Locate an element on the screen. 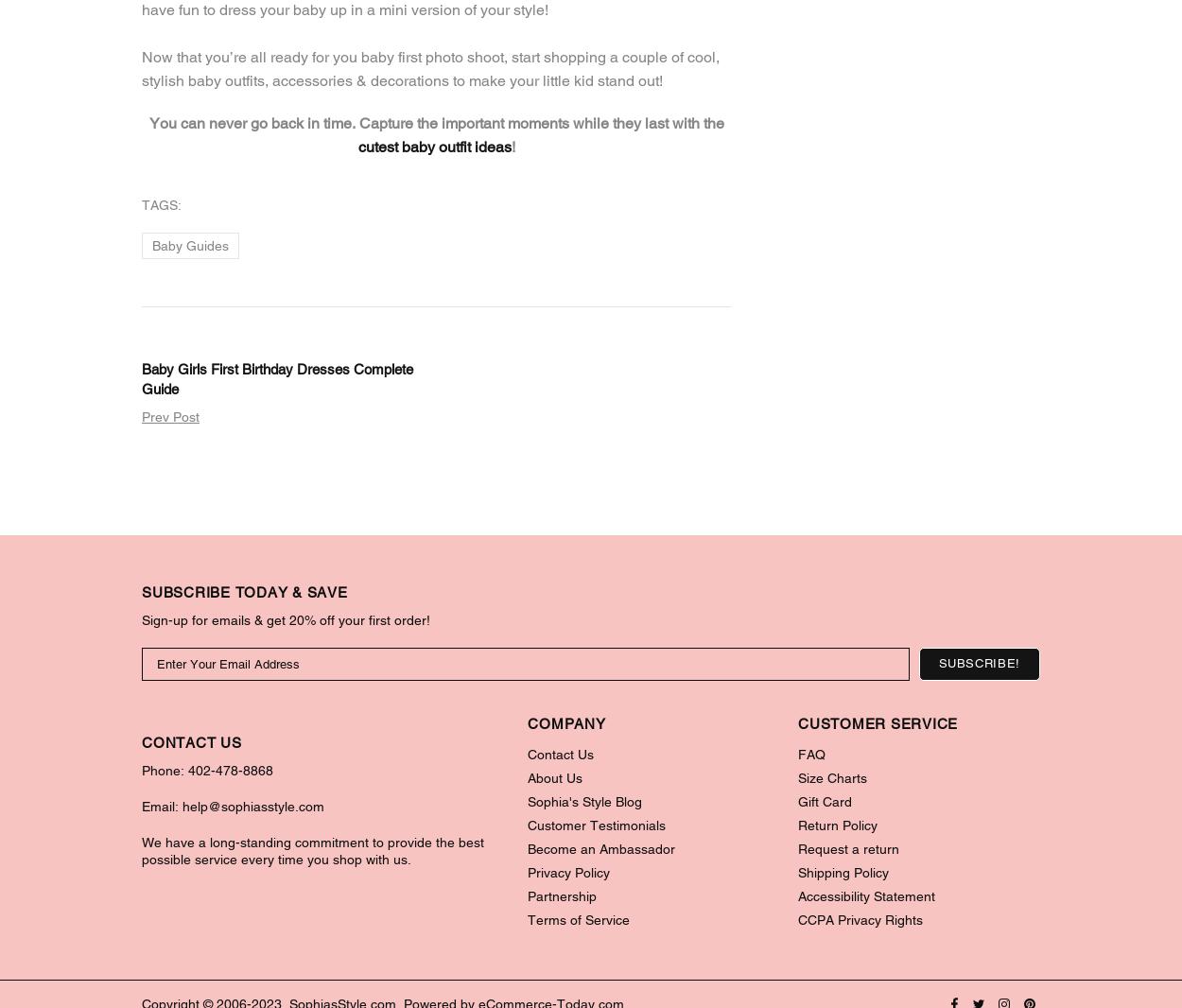  '402-478-8868' is located at coordinates (230, 769).